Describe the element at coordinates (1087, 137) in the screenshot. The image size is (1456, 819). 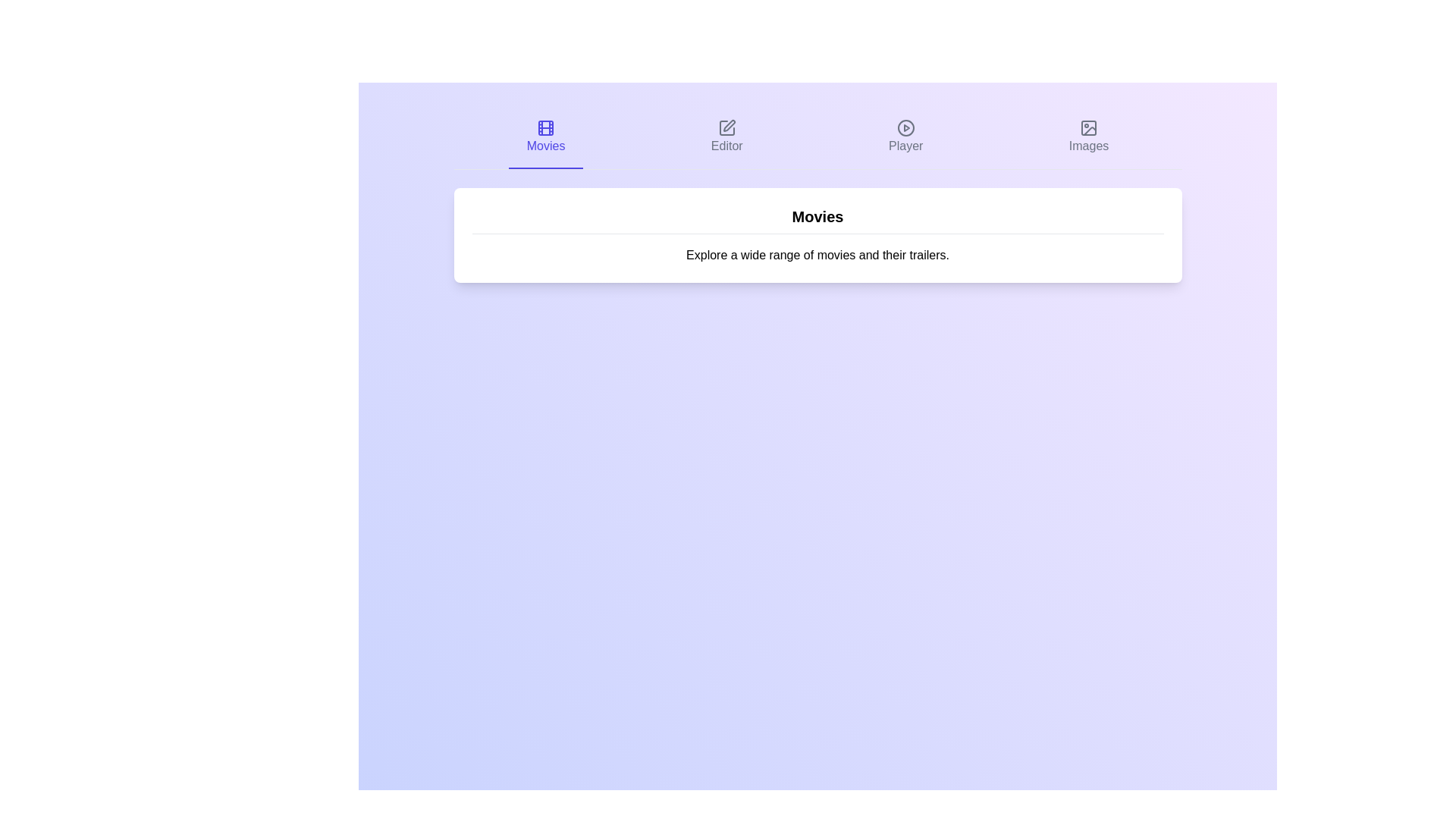
I see `the tab Images to activate it` at that location.